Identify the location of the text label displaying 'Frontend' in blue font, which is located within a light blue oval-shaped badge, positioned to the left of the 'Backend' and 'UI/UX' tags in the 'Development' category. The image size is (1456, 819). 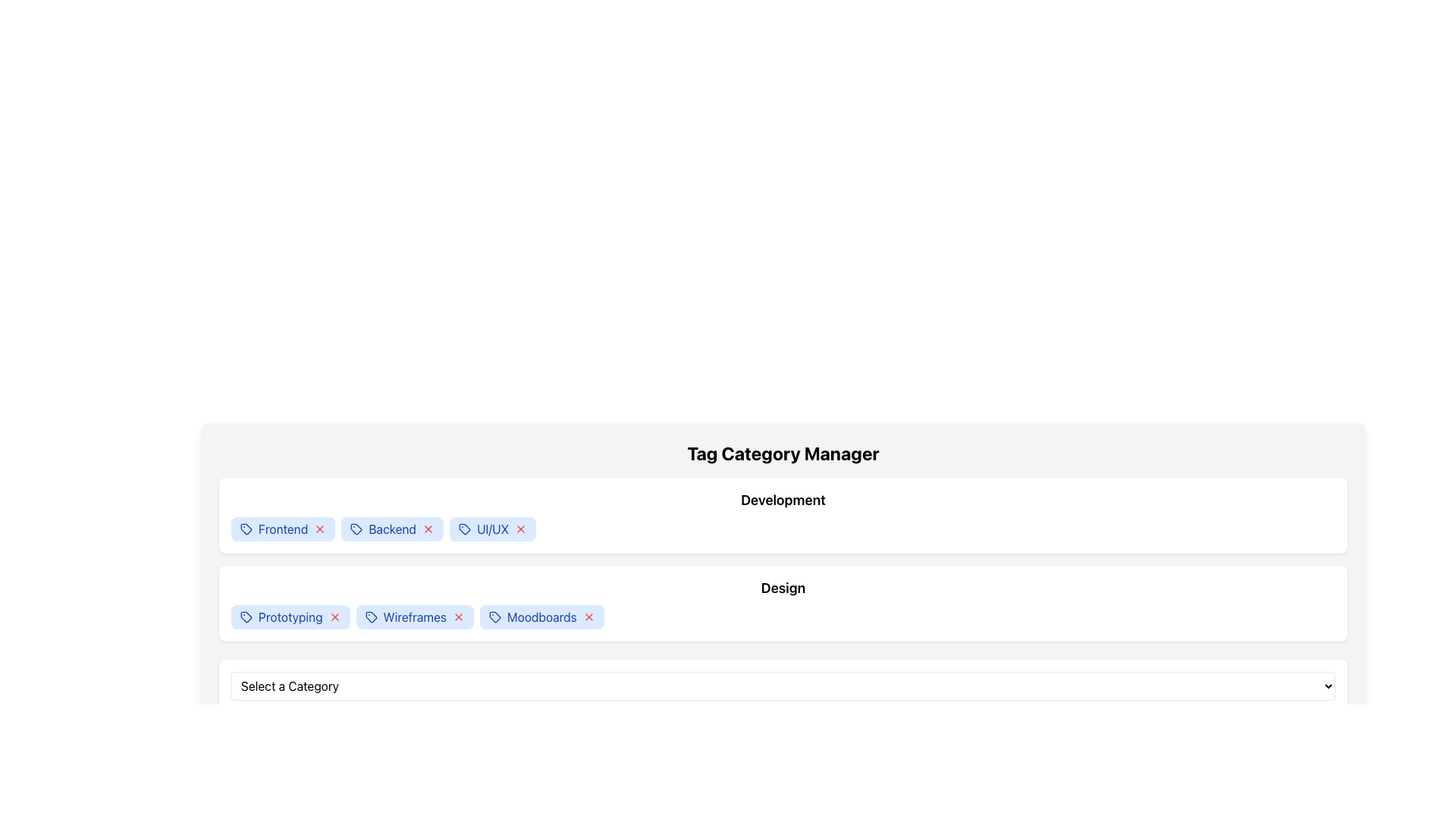
(283, 529).